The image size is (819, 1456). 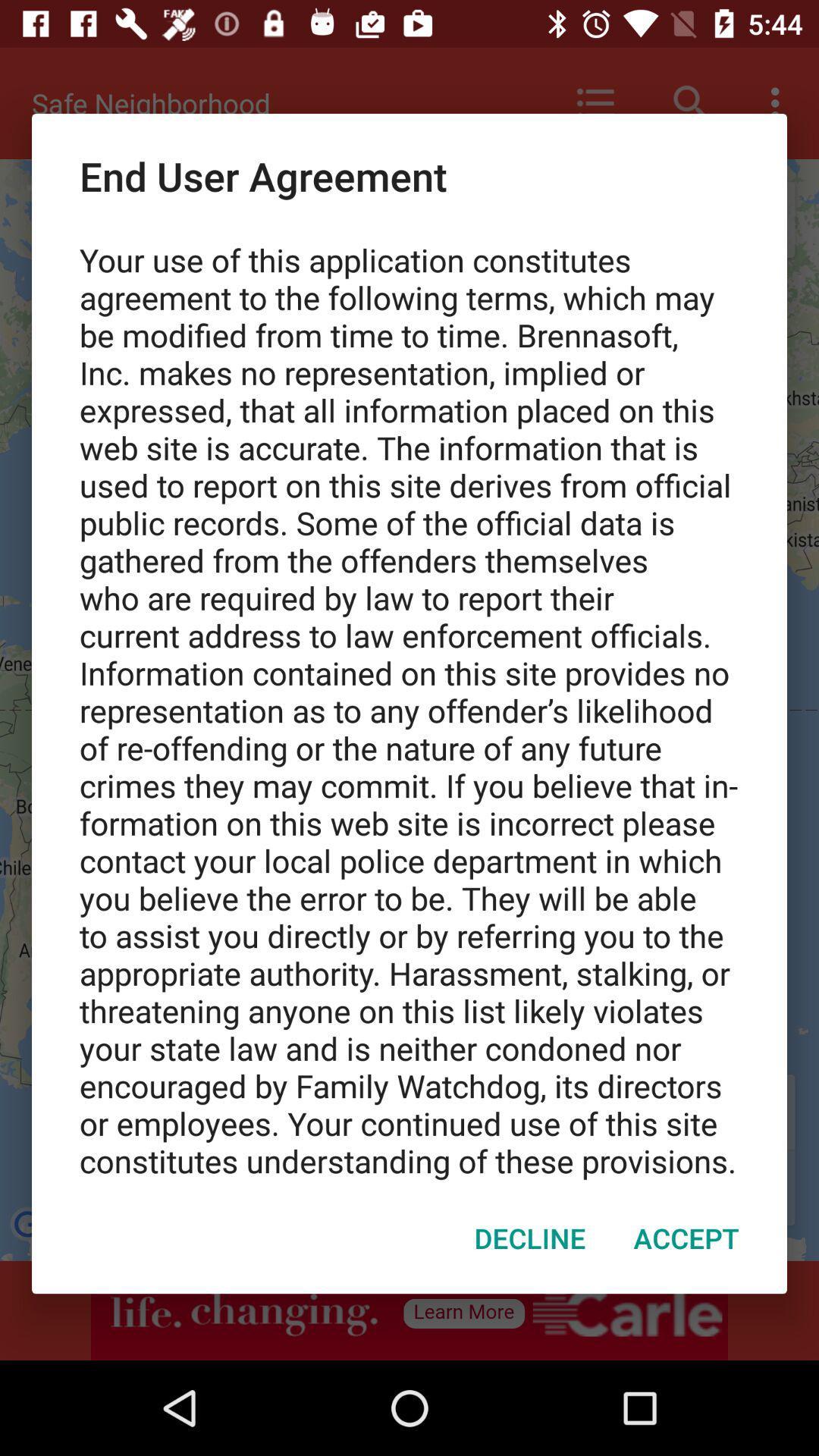 I want to click on the item below your use of icon, so click(x=529, y=1238).